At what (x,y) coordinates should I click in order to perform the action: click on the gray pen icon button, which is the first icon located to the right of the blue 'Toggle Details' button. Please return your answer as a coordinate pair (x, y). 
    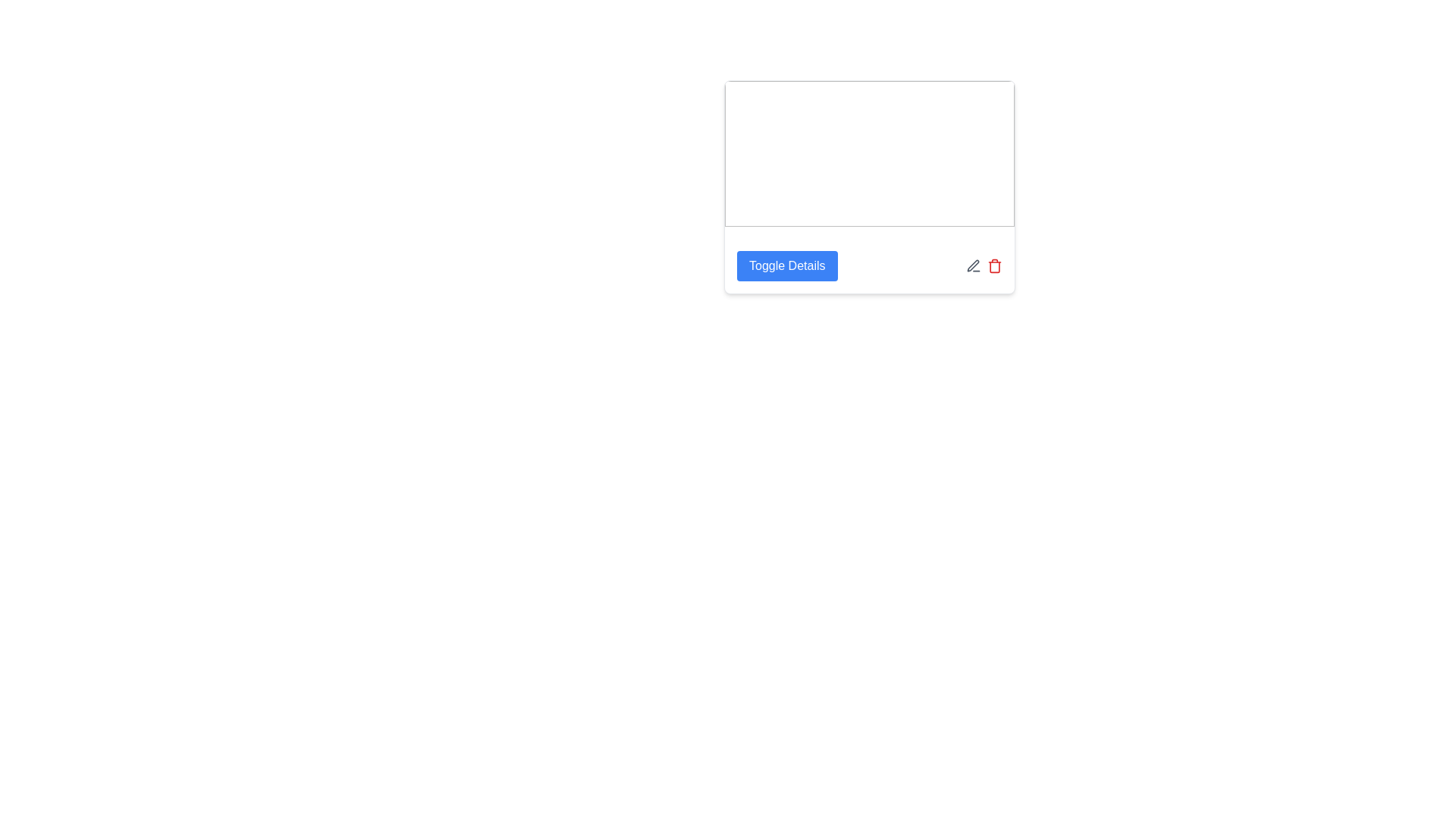
    Looking at the image, I should click on (973, 265).